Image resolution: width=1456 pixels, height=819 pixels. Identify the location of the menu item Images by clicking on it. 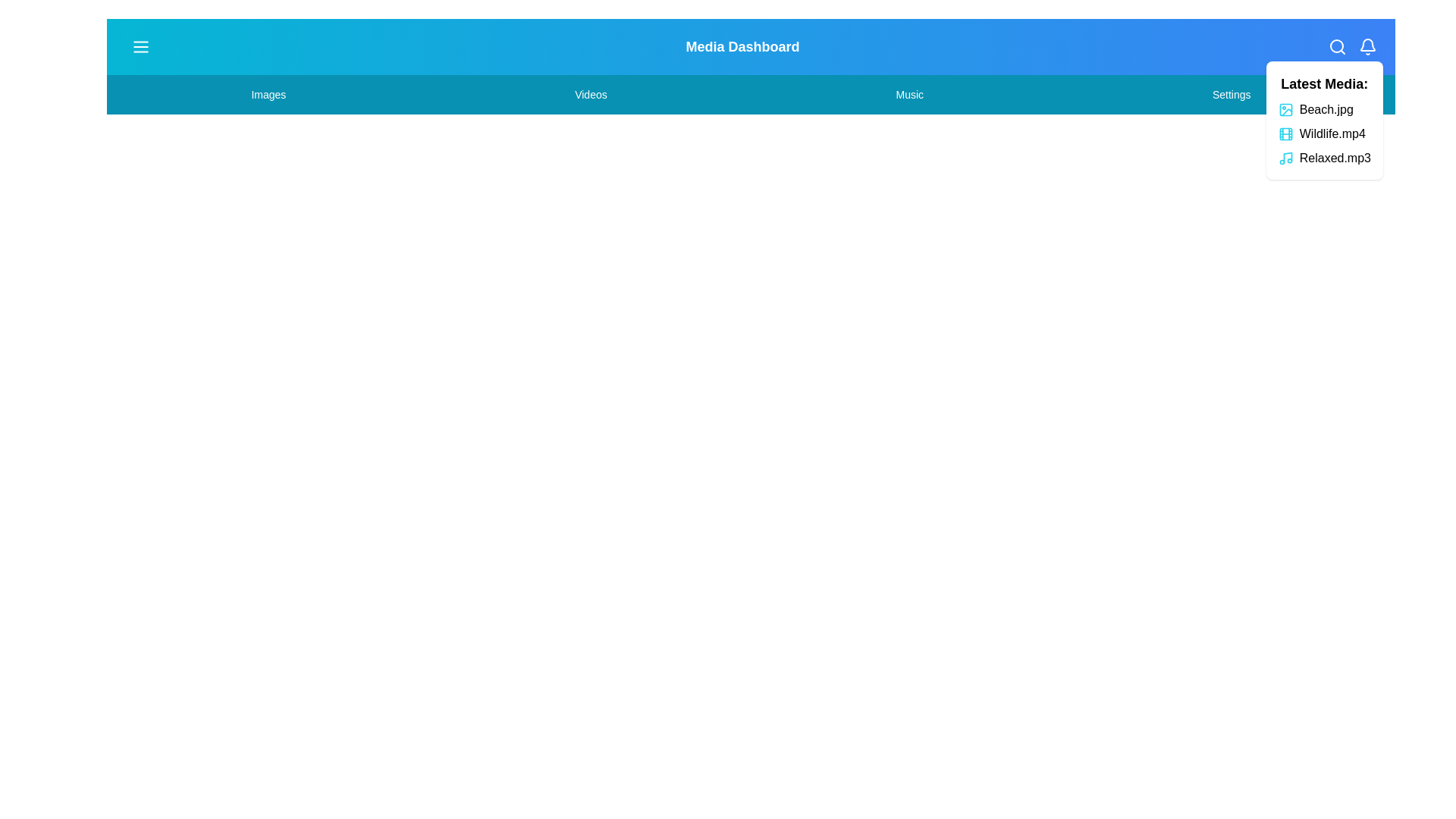
(268, 94).